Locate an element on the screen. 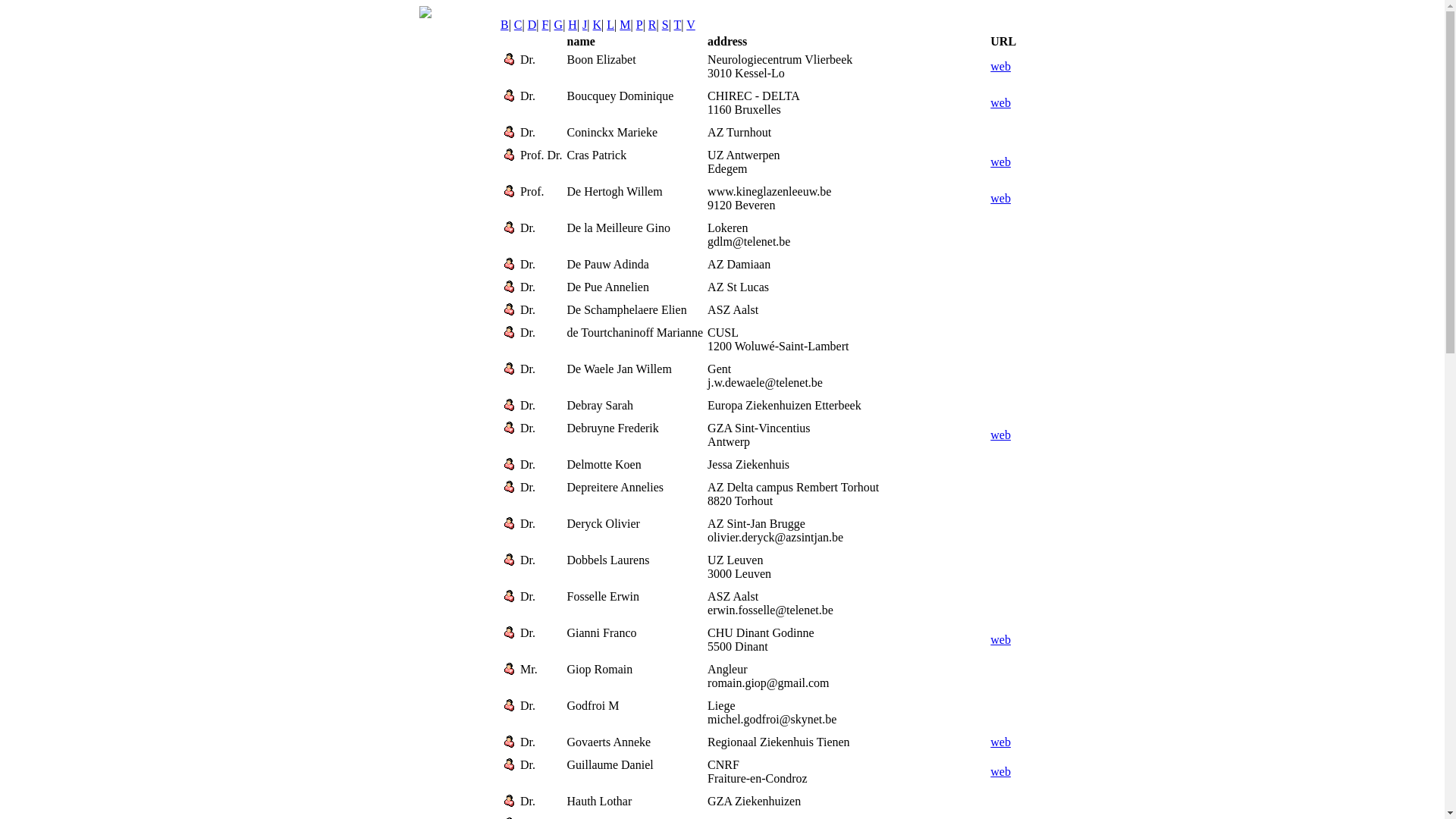 The image size is (1456, 819). 'F' is located at coordinates (544, 24).